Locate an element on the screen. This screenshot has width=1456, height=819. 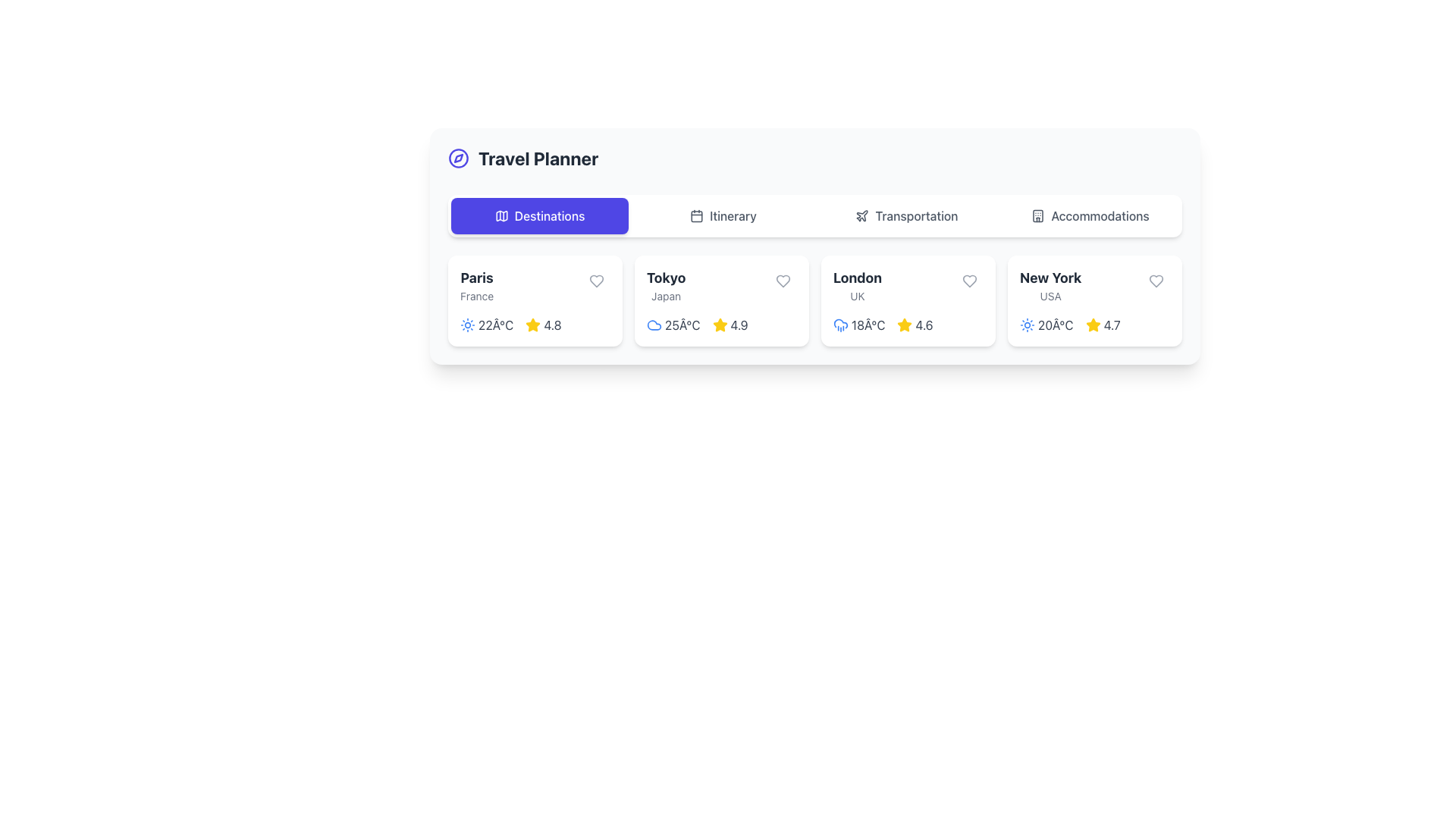
the text label displaying 'UK' in a small, gray font, located directly below the larger text 'London' in the card representing London is located at coordinates (858, 296).